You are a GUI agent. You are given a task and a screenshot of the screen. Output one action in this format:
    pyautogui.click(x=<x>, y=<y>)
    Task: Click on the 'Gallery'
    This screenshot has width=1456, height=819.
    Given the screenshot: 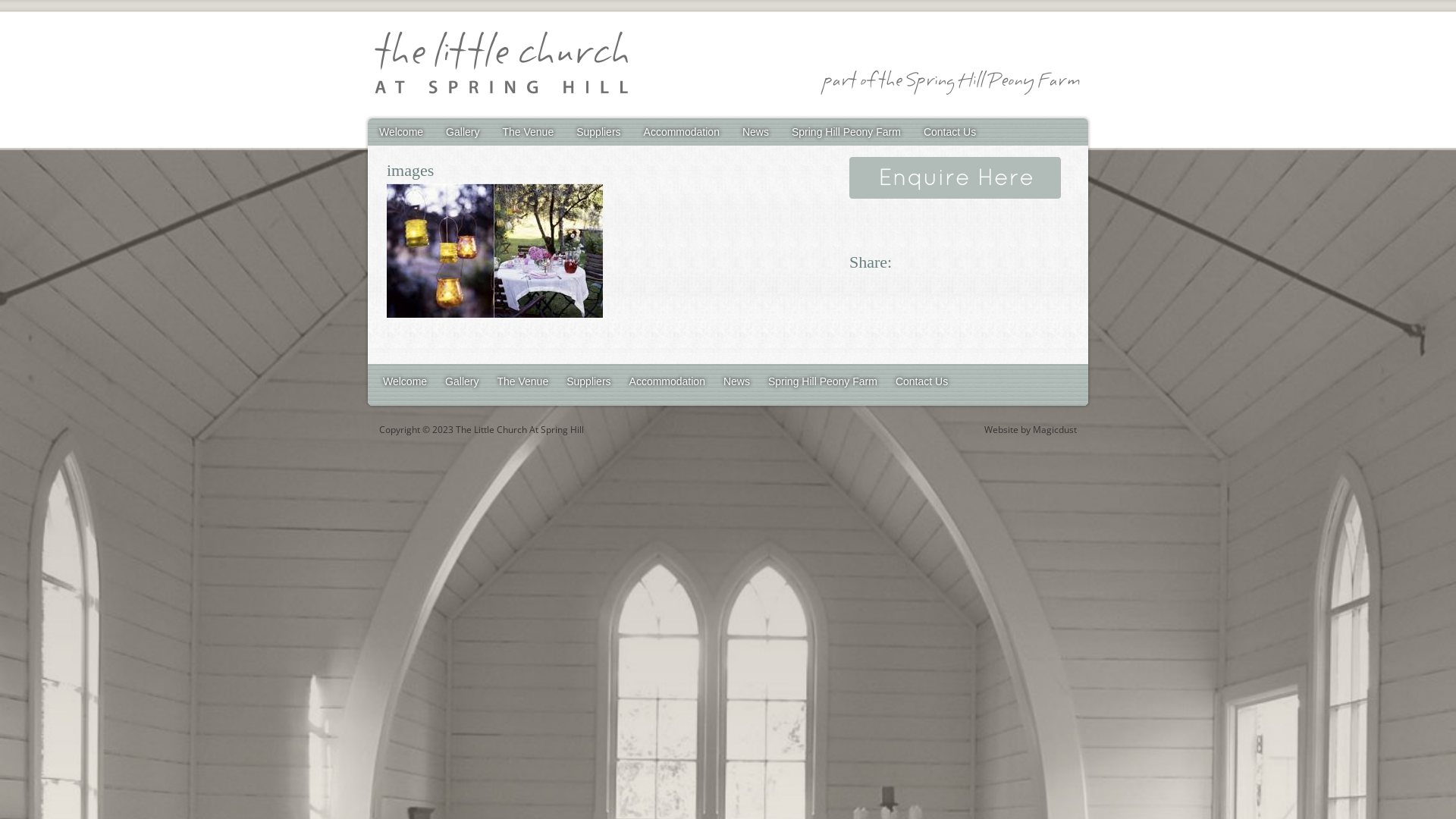 What is the action you would take?
    pyautogui.click(x=461, y=130)
    